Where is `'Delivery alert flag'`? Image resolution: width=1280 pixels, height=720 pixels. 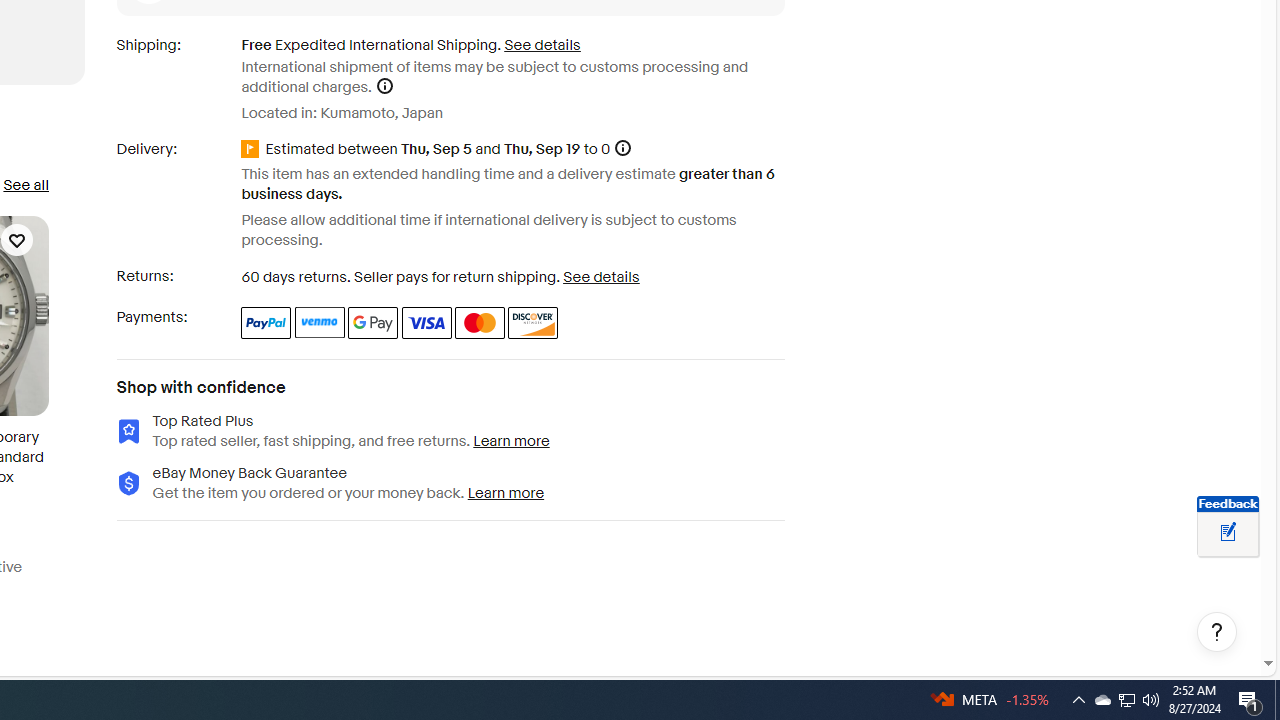 'Delivery alert flag' is located at coordinates (252, 148).